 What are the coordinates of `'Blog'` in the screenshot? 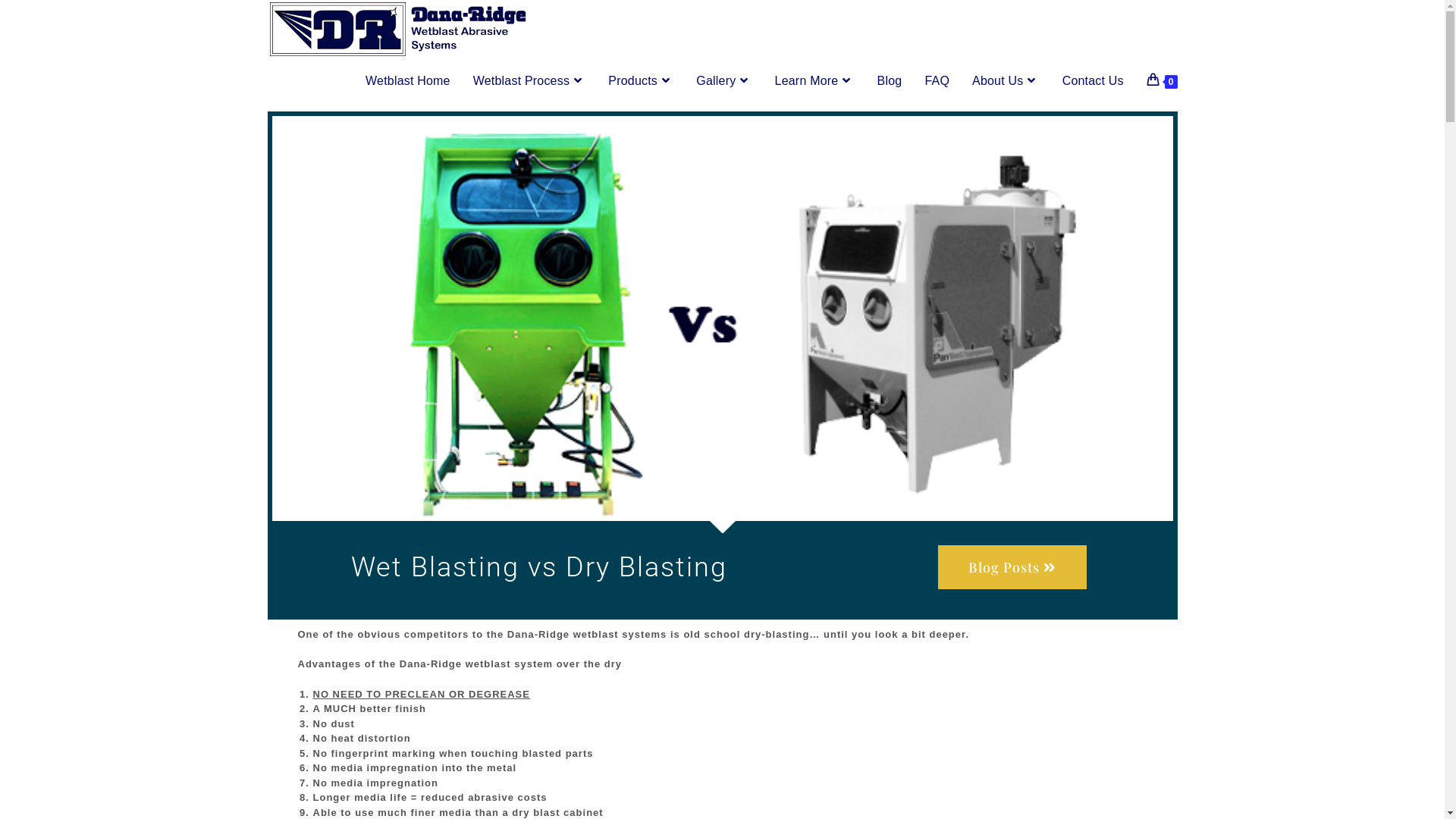 It's located at (866, 81).